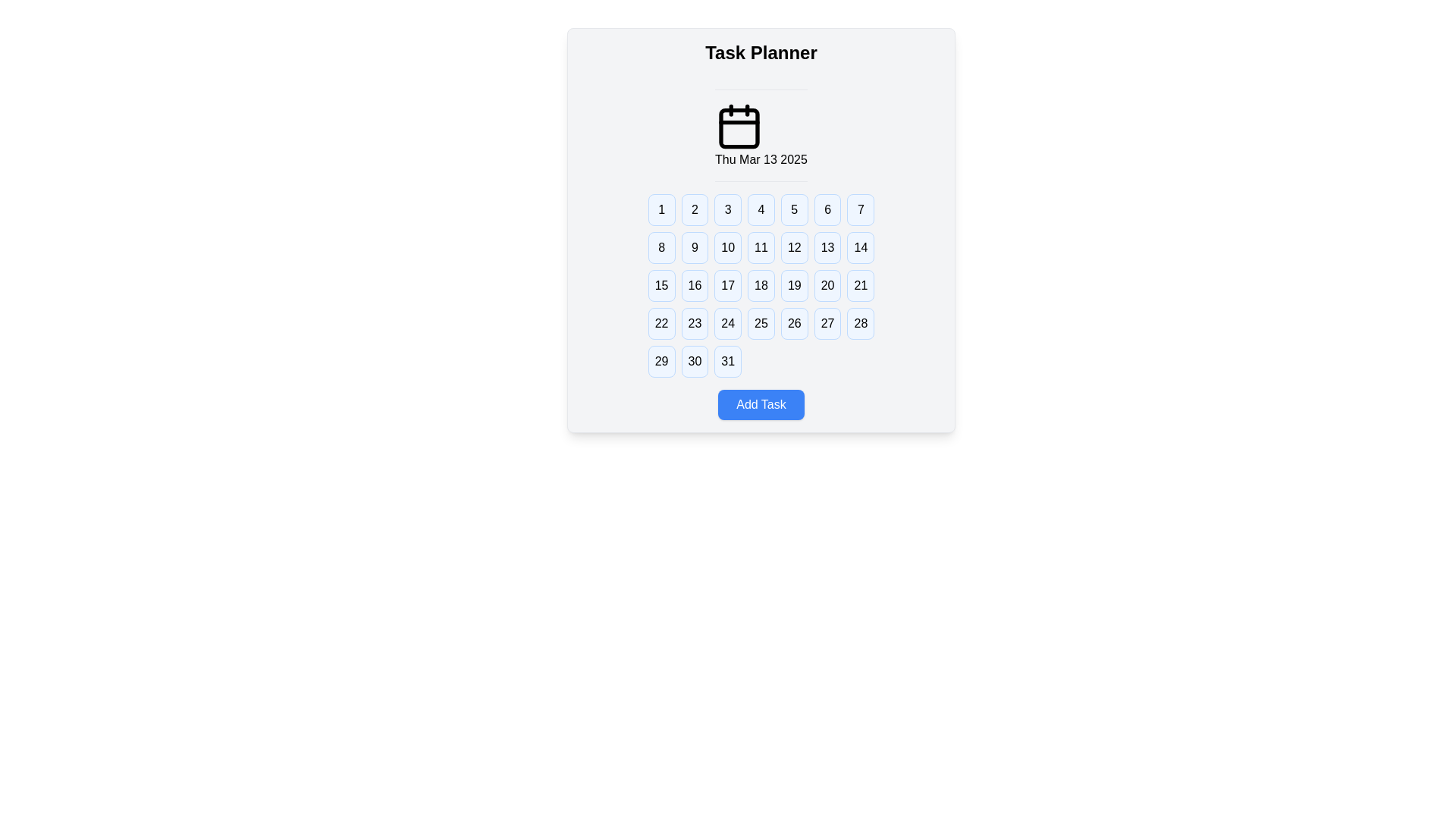 This screenshot has height=819, width=1456. I want to click on the header text element that serves as a title for the task planner section, located at the top-center of the interface, so click(761, 52).